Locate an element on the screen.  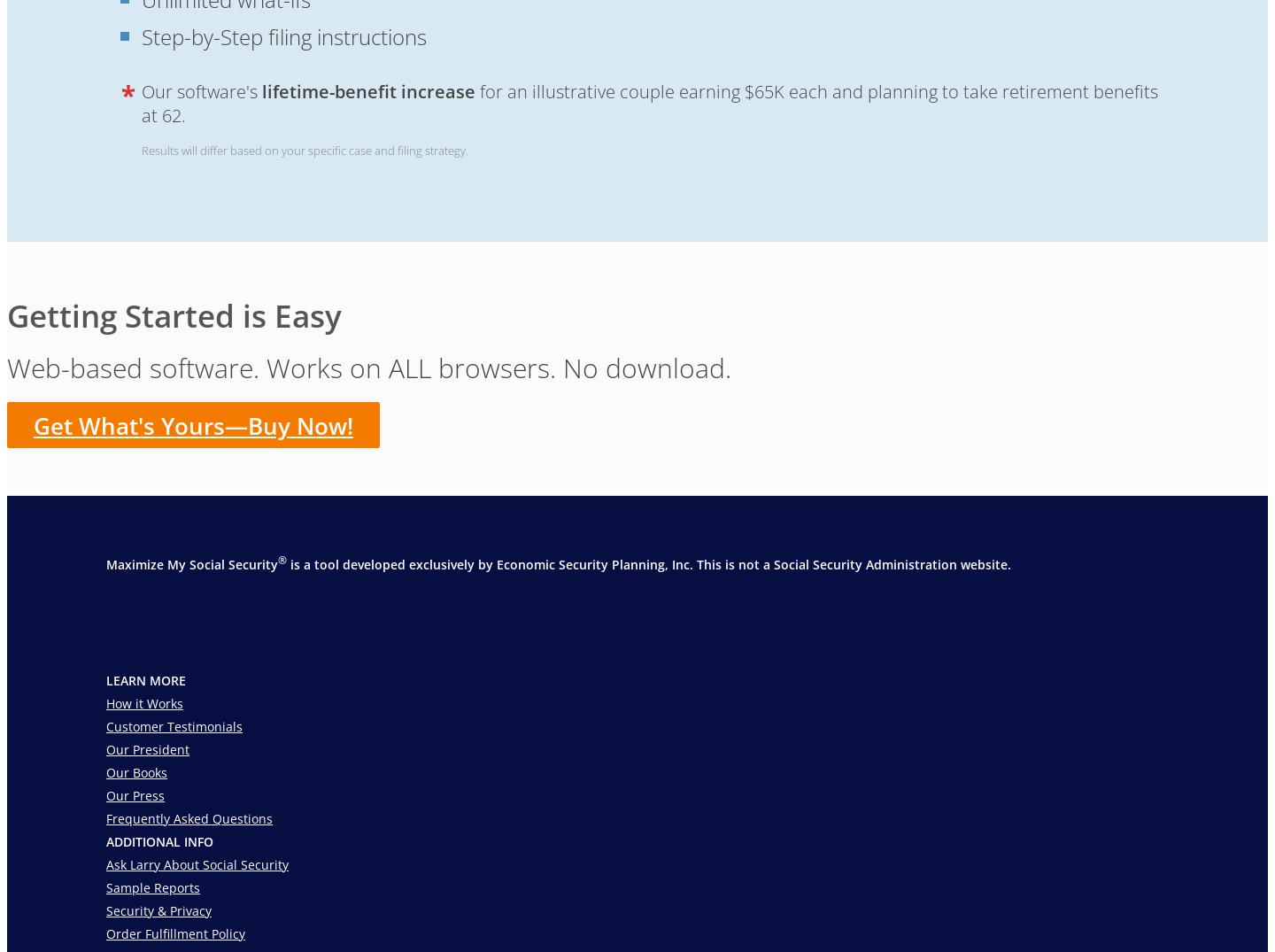
'Frequently Asked Questions' is located at coordinates (189, 817).